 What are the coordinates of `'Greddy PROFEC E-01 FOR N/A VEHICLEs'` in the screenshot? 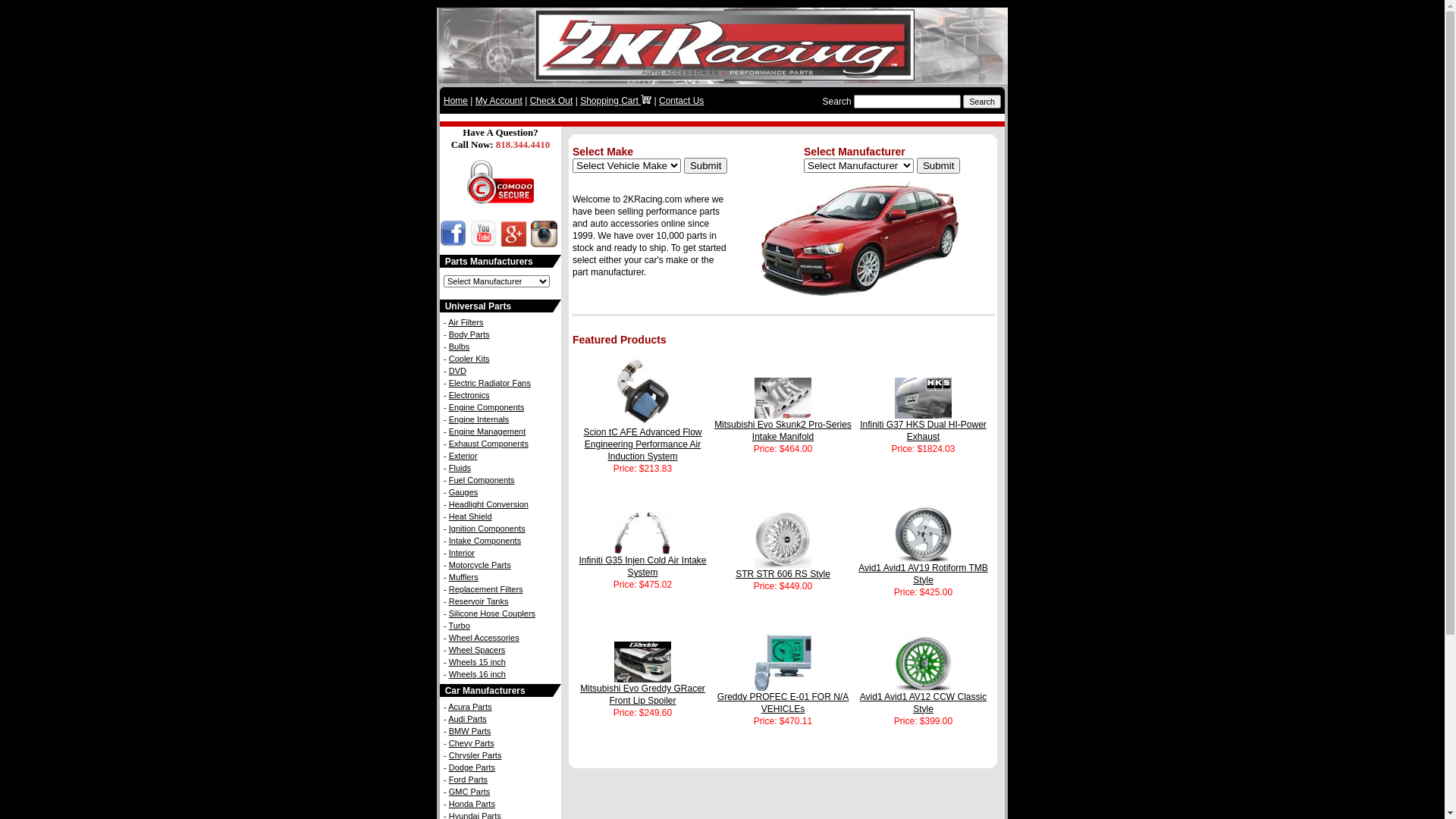 It's located at (783, 698).